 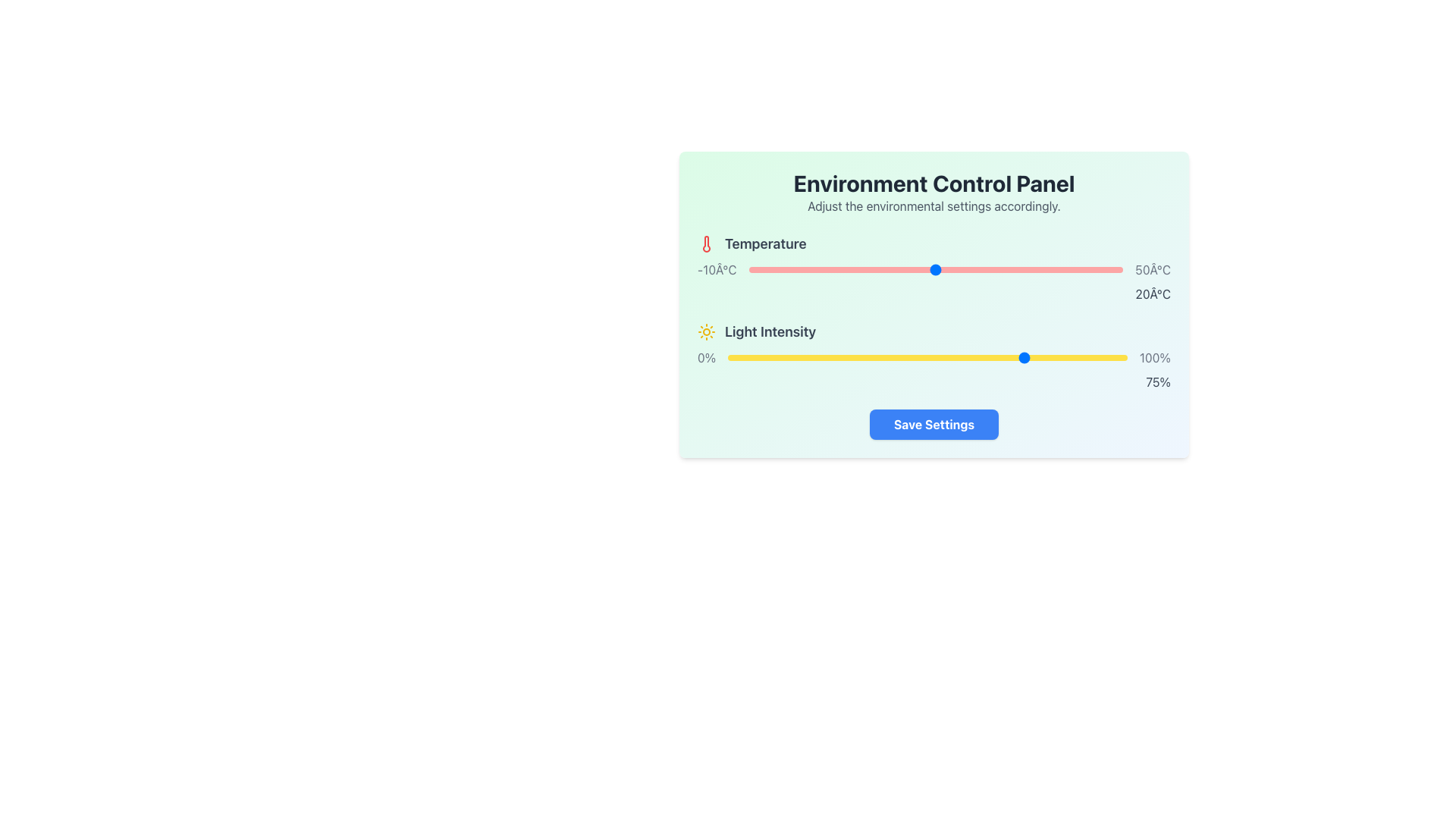 What do you see at coordinates (1090, 357) in the screenshot?
I see `the light intensity` at bounding box center [1090, 357].